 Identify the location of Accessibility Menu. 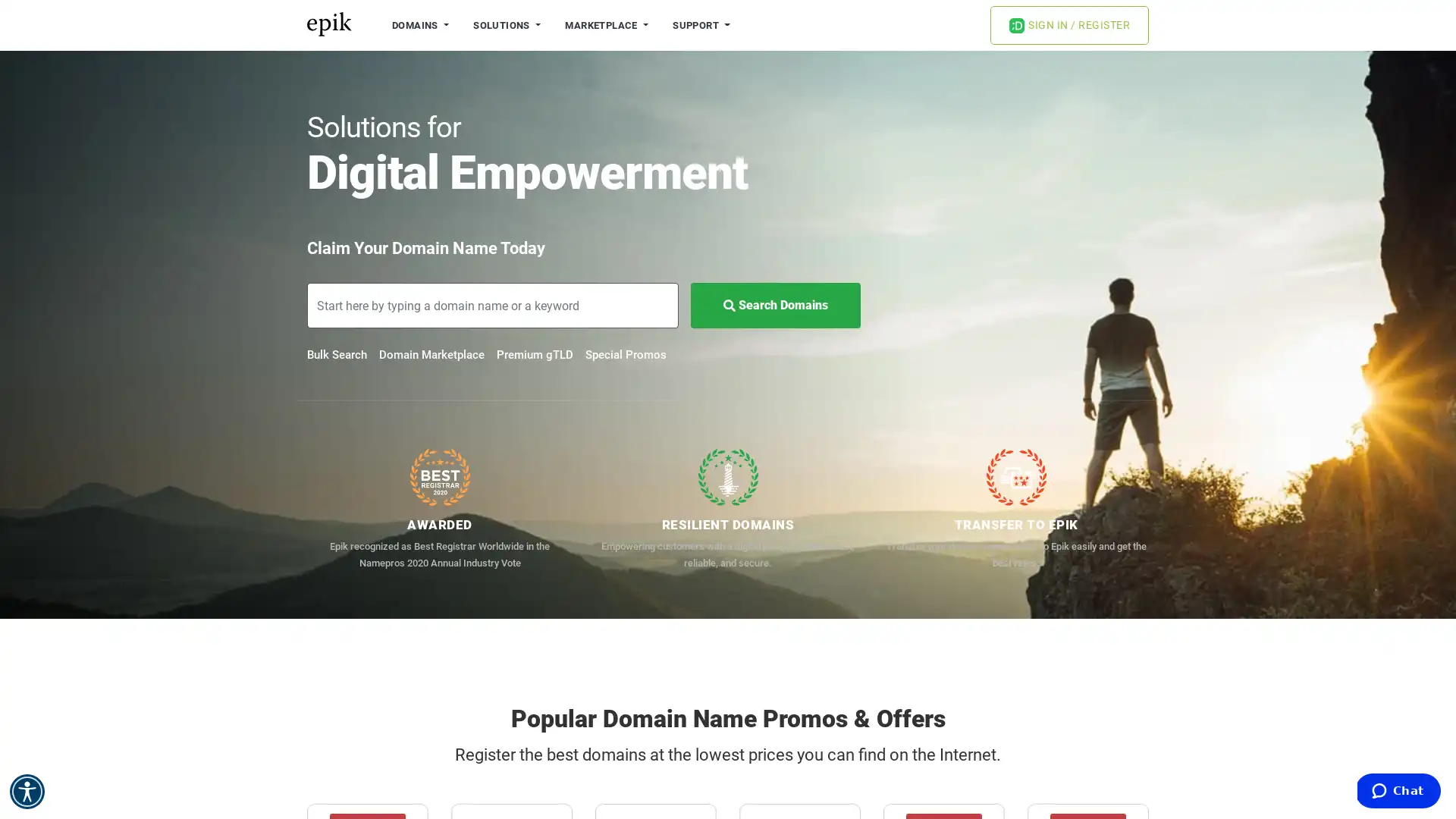
(27, 791).